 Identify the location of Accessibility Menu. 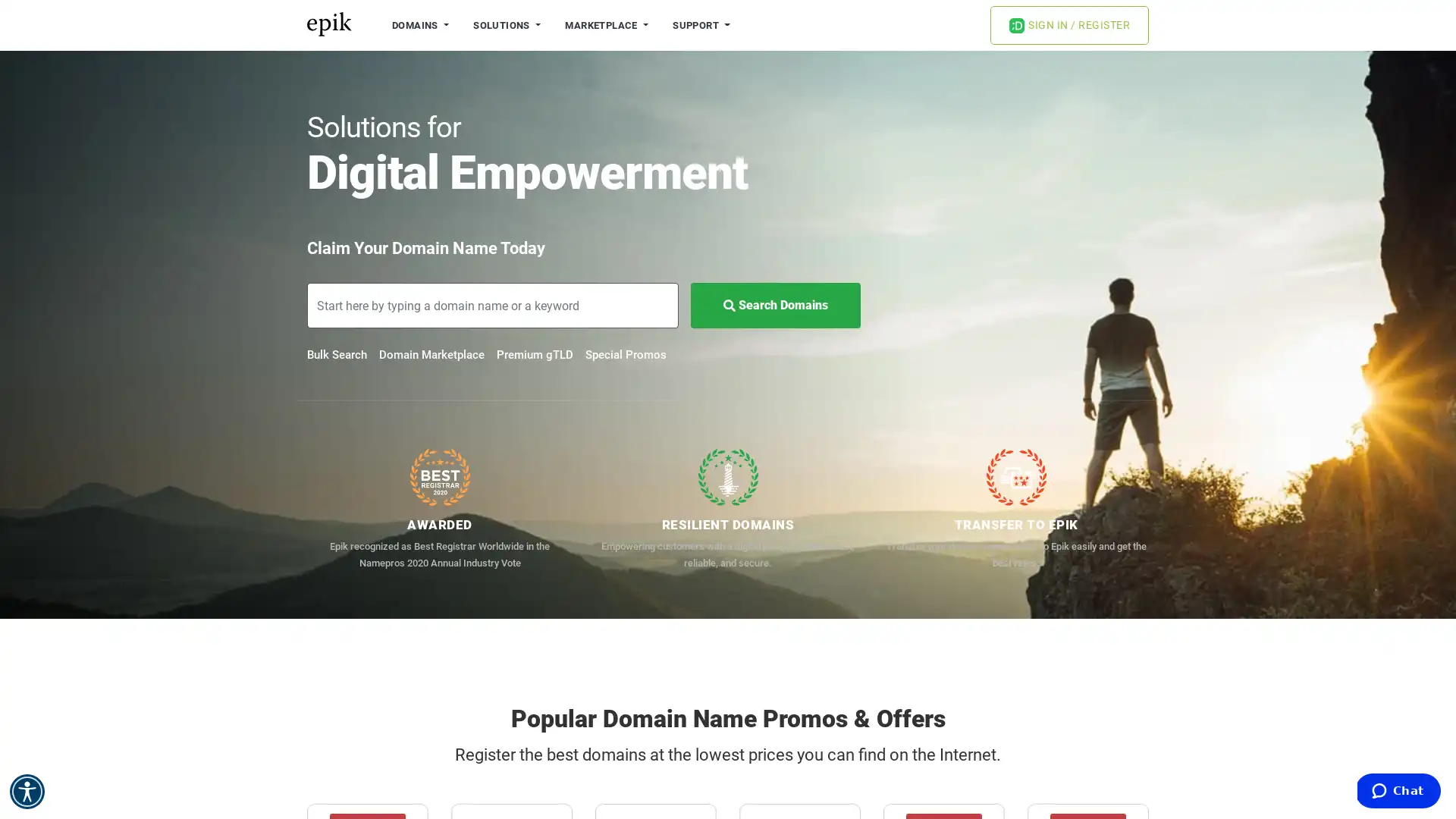
(27, 791).